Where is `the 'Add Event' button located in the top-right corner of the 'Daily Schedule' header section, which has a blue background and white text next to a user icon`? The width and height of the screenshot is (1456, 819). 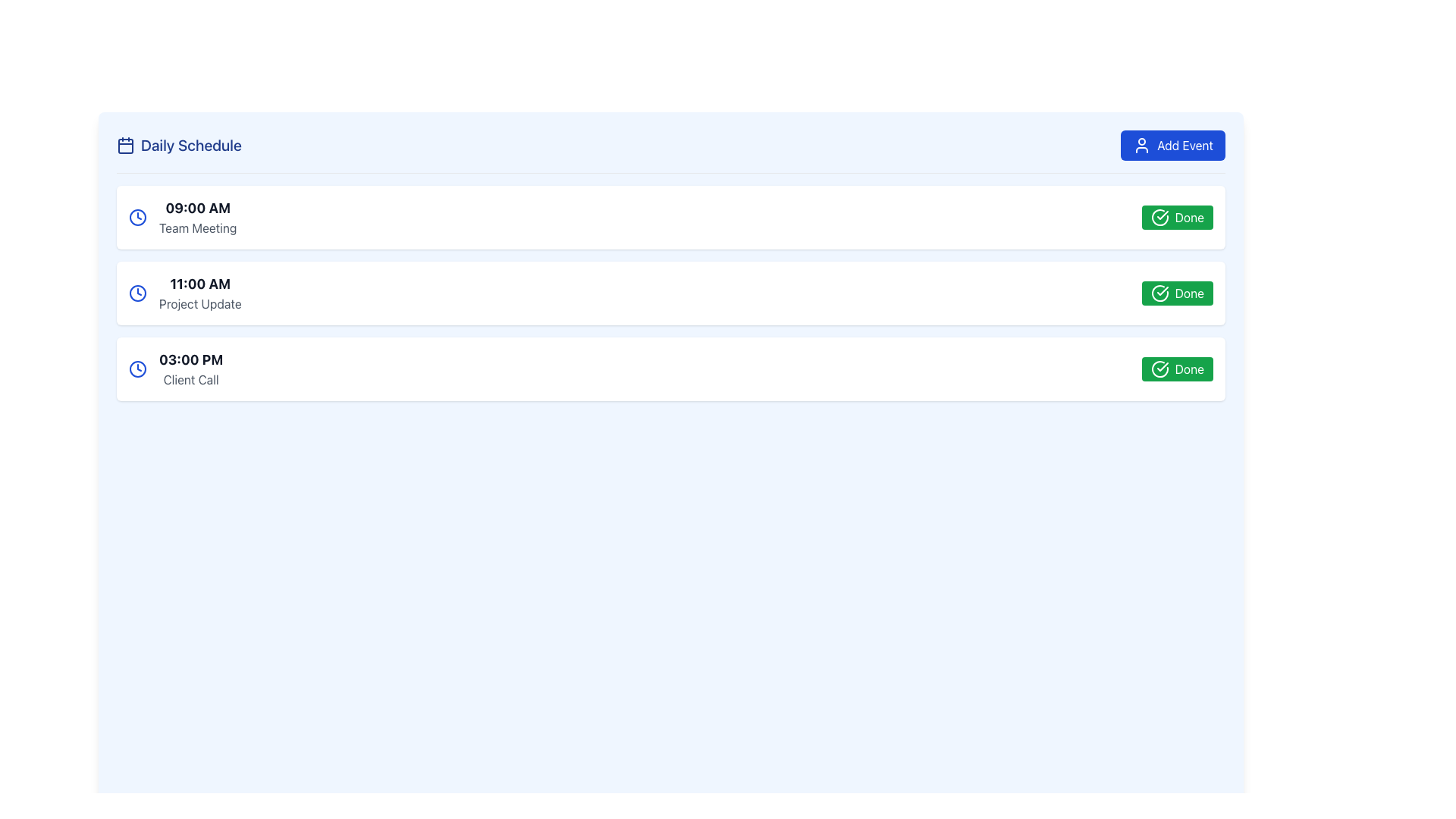
the 'Add Event' button located in the top-right corner of the 'Daily Schedule' header section, which has a blue background and white text next to a user icon is located at coordinates (1172, 146).